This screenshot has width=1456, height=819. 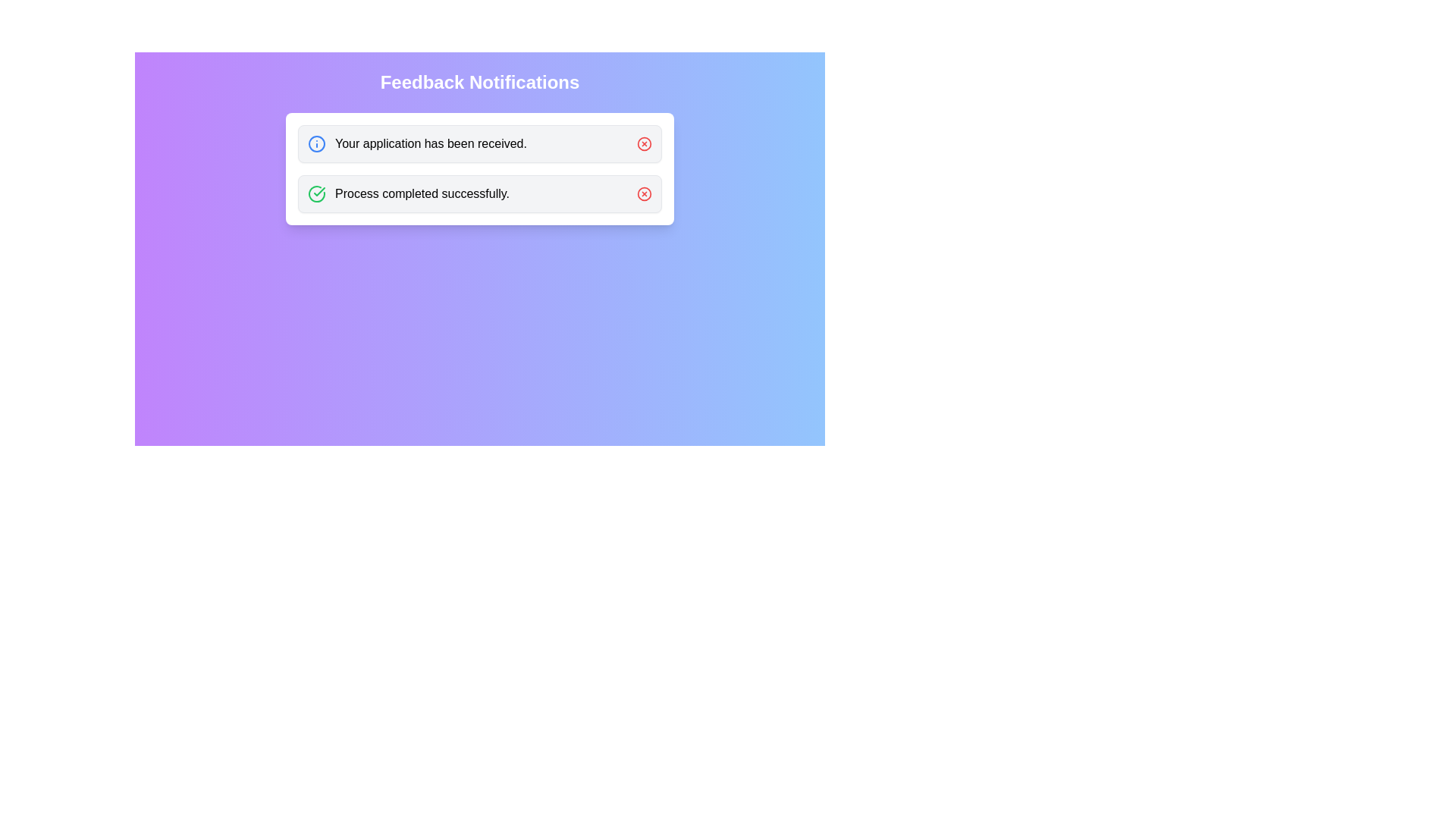 I want to click on the static informational text notifying the user of successful completion, located below the 'Your application has been received.' message and above the red interactive icon, so click(x=408, y=193).